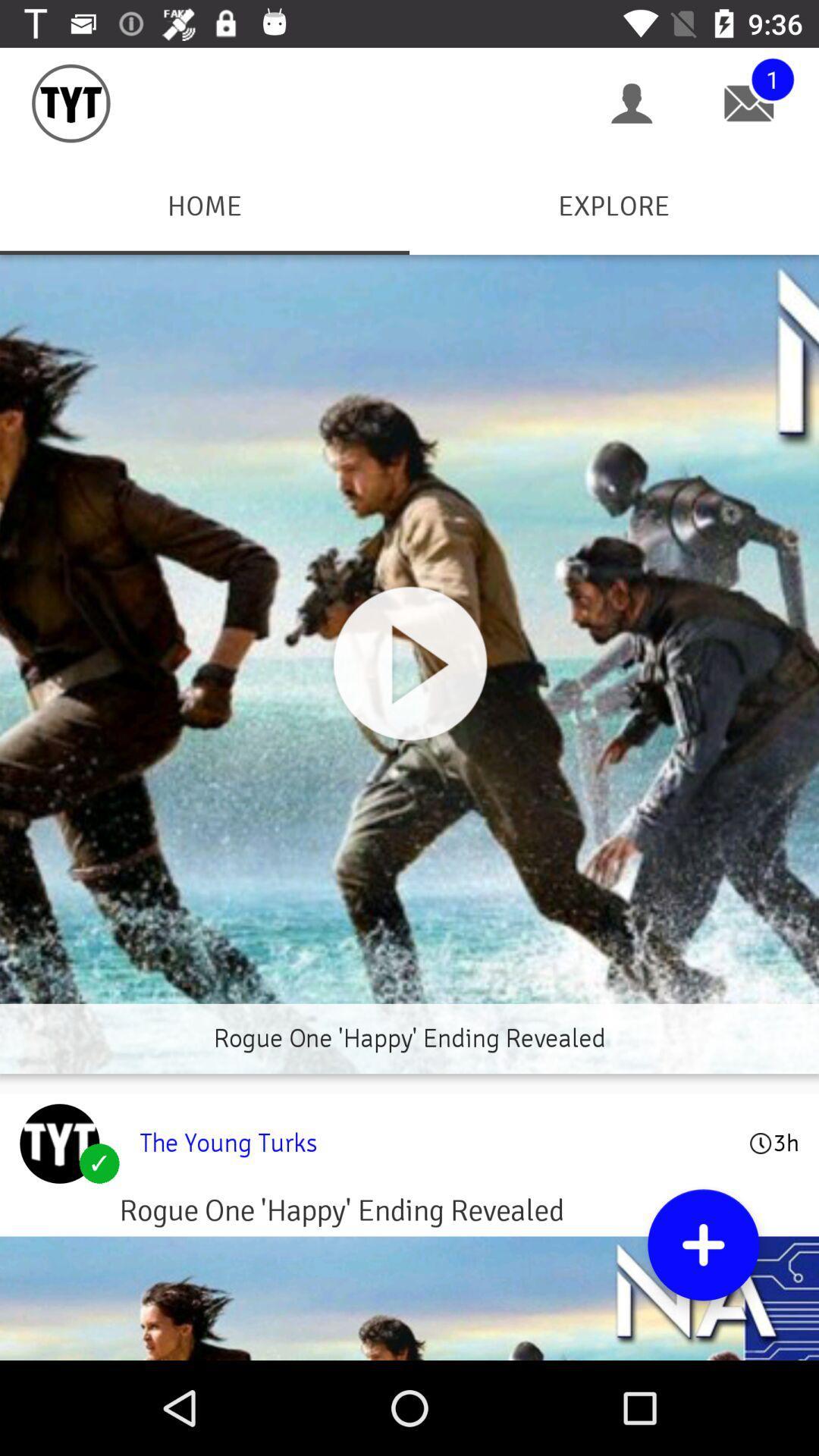 This screenshot has width=819, height=1456. I want to click on item below the young turks item, so click(703, 1244).